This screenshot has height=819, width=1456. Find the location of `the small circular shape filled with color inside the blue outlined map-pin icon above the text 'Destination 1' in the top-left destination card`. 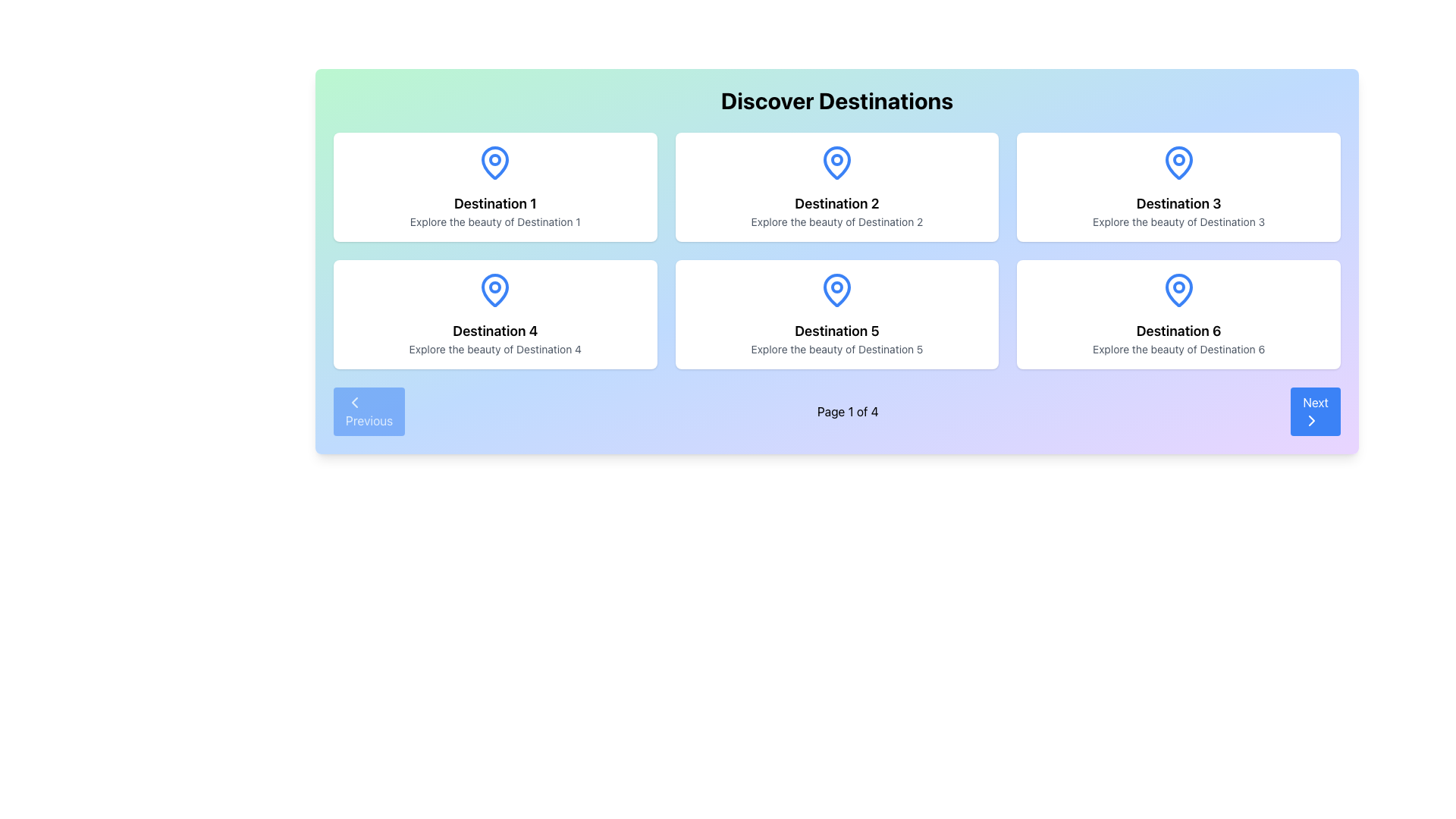

the small circular shape filled with color inside the blue outlined map-pin icon above the text 'Destination 1' in the top-left destination card is located at coordinates (495, 160).